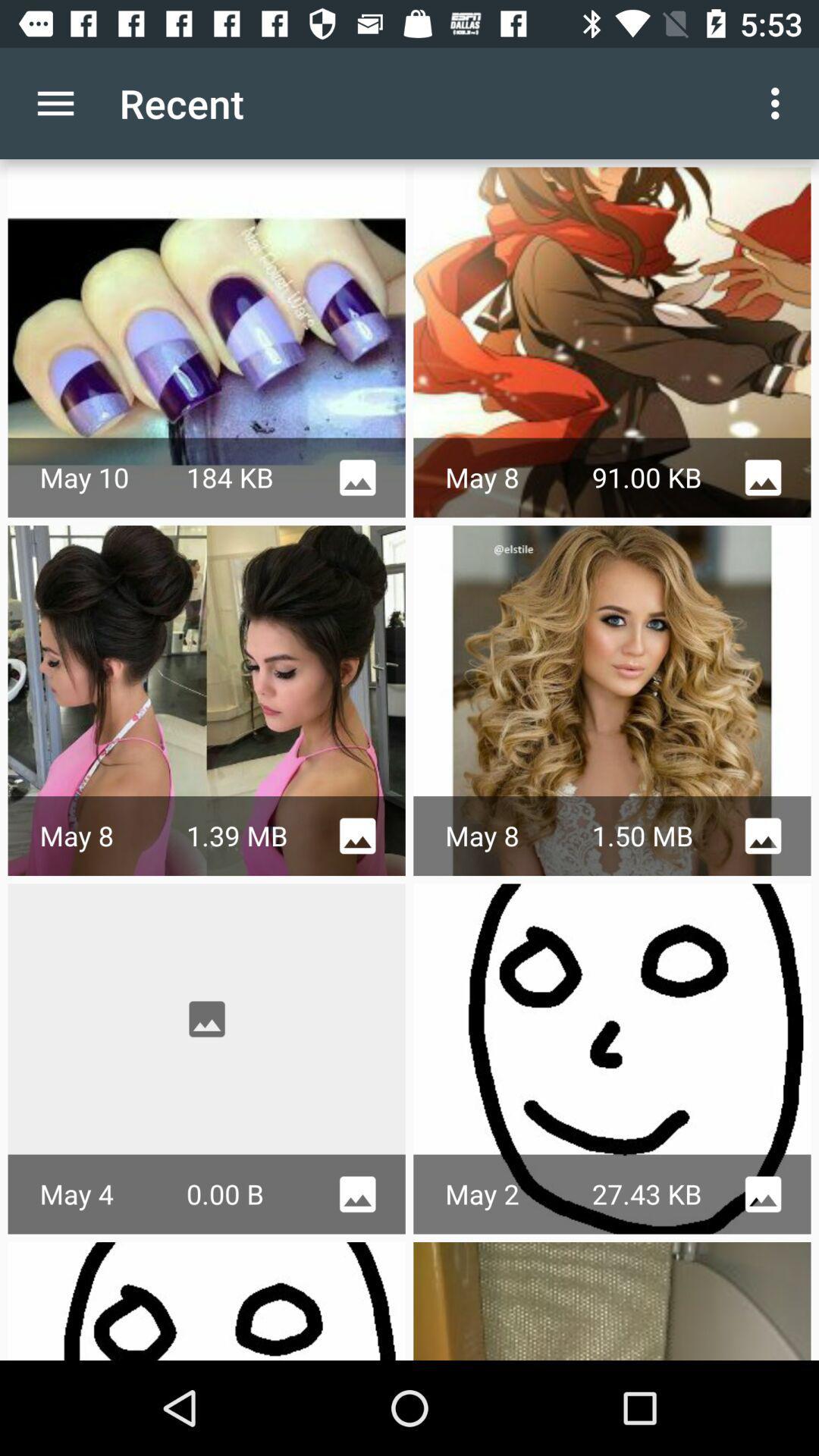 The image size is (819, 1456). What do you see at coordinates (55, 102) in the screenshot?
I see `icon to the left of recent app` at bounding box center [55, 102].